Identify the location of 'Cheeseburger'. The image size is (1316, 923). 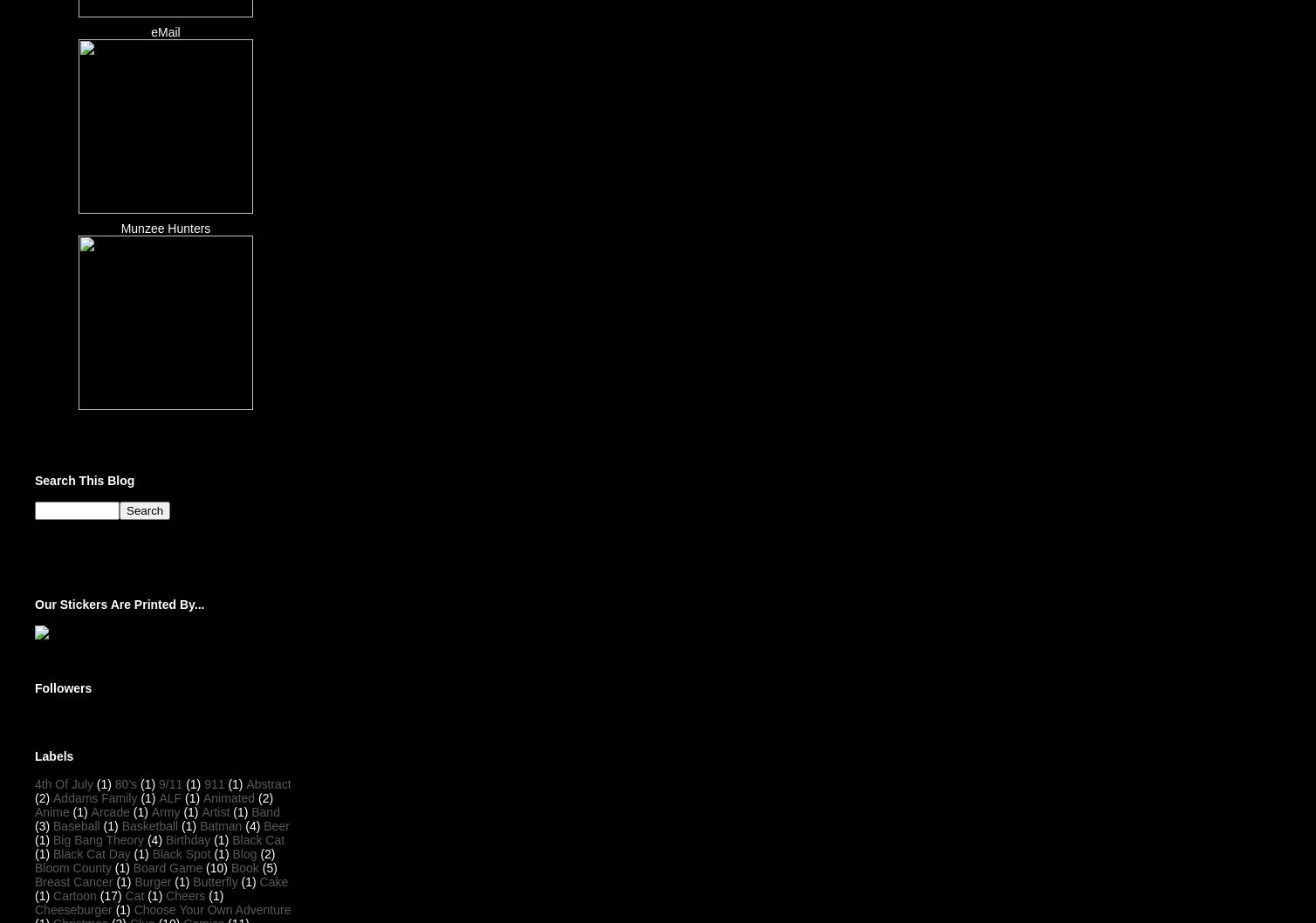
(34, 908).